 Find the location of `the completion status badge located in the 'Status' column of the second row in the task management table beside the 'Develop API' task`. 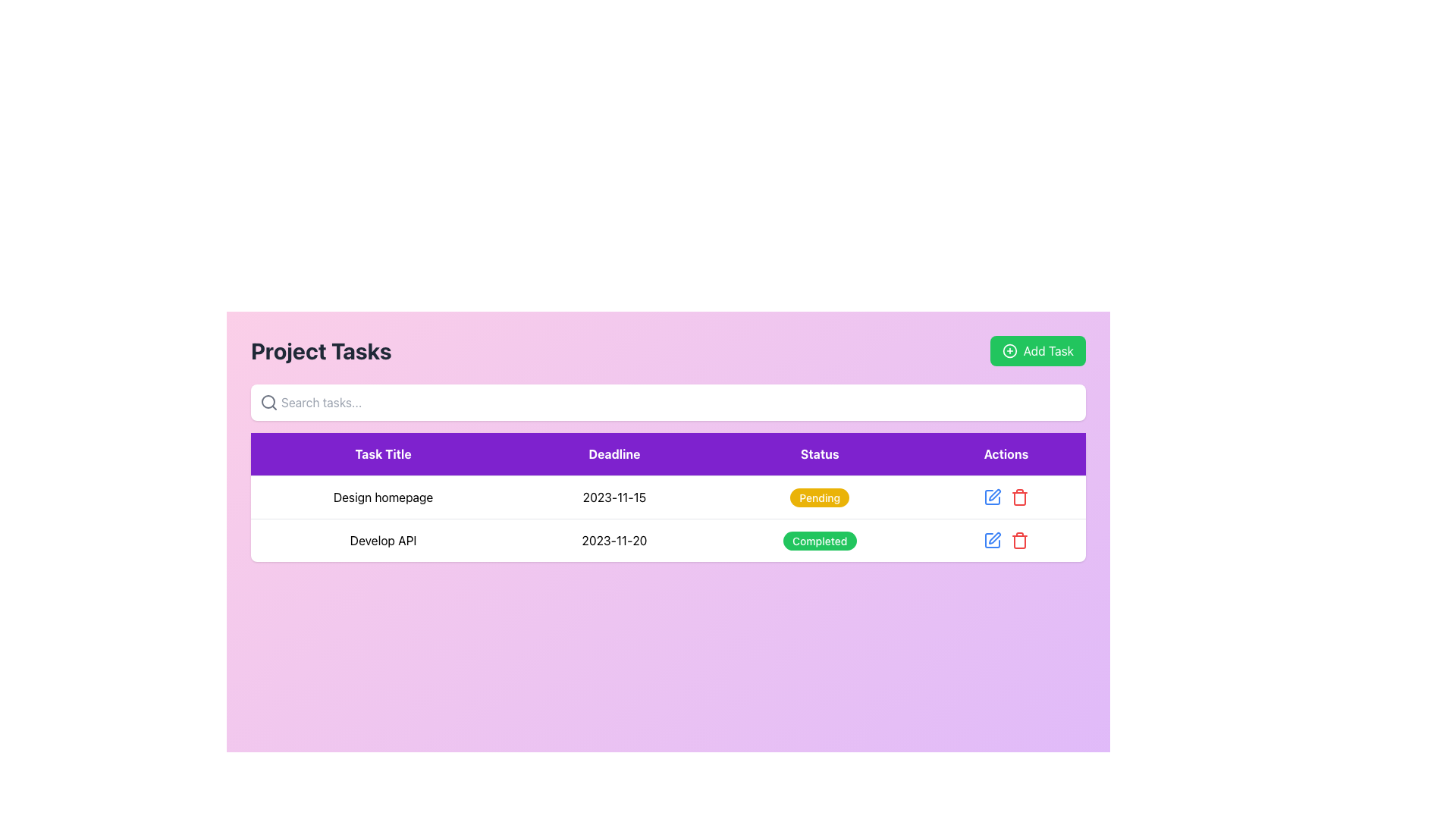

the completion status badge located in the 'Status' column of the second row in the task management table beside the 'Develop API' task is located at coordinates (818, 540).